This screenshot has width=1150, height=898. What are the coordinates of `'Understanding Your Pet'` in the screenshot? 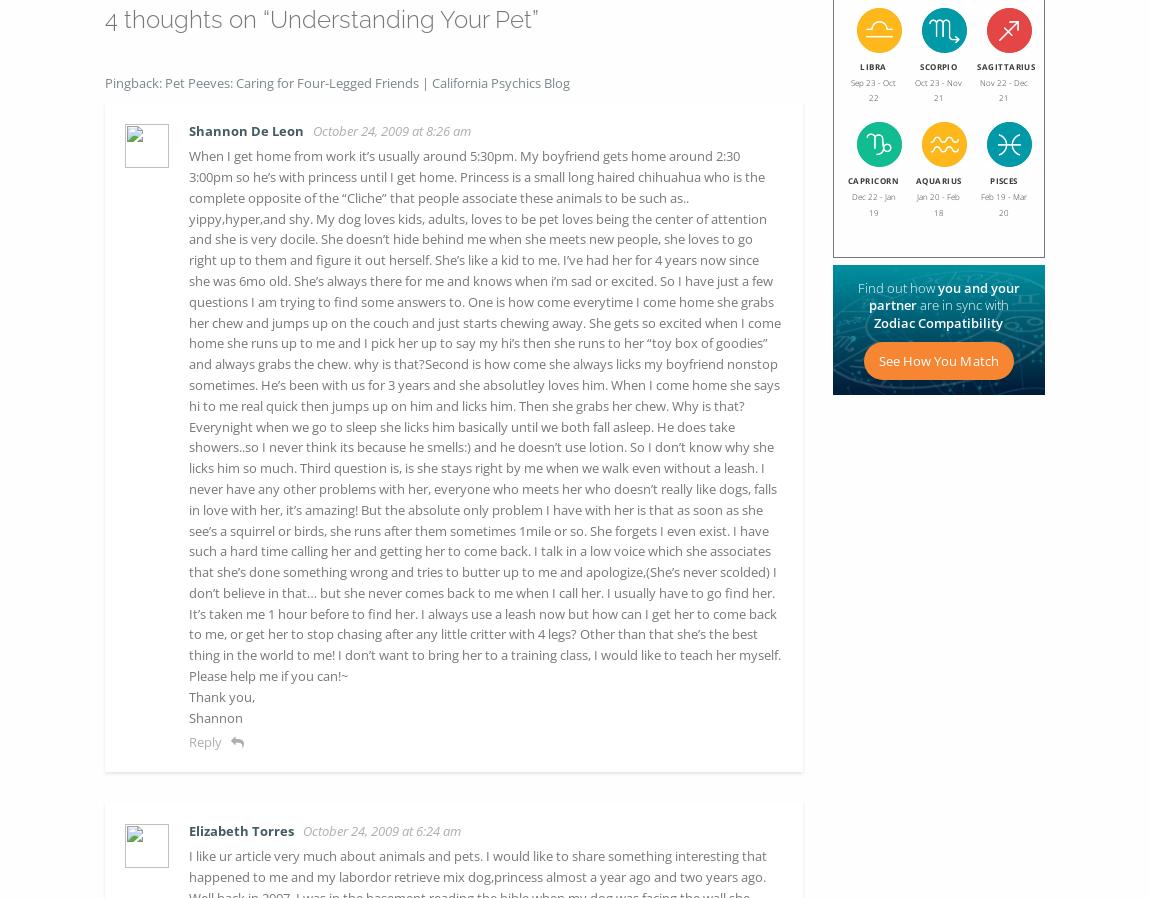 It's located at (401, 18).